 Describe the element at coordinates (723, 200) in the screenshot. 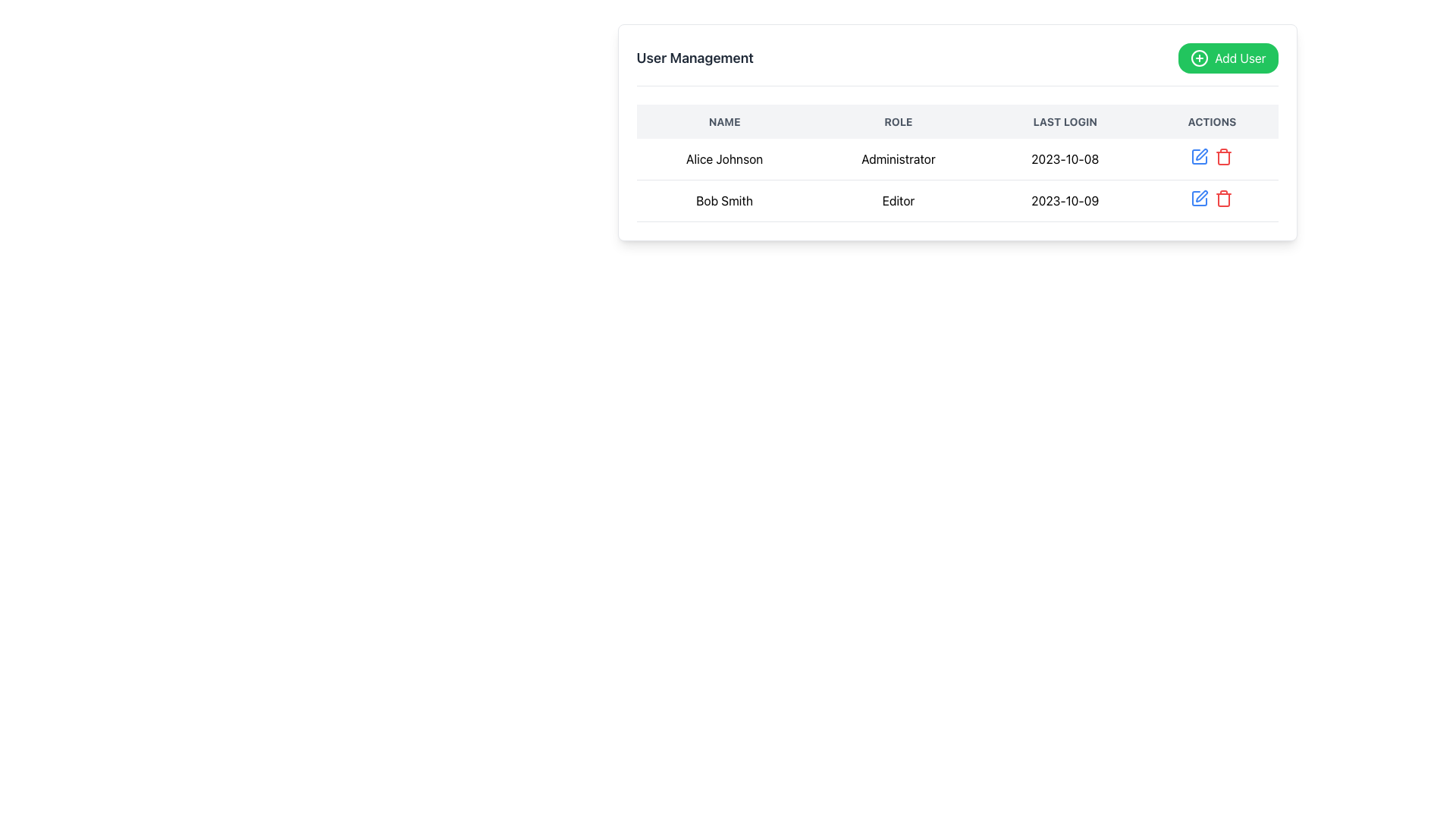

I see `the text 'Bob Smith' displayed in the second row of the table under the 'NAME' column, which is part of a grid displaying user information` at that location.